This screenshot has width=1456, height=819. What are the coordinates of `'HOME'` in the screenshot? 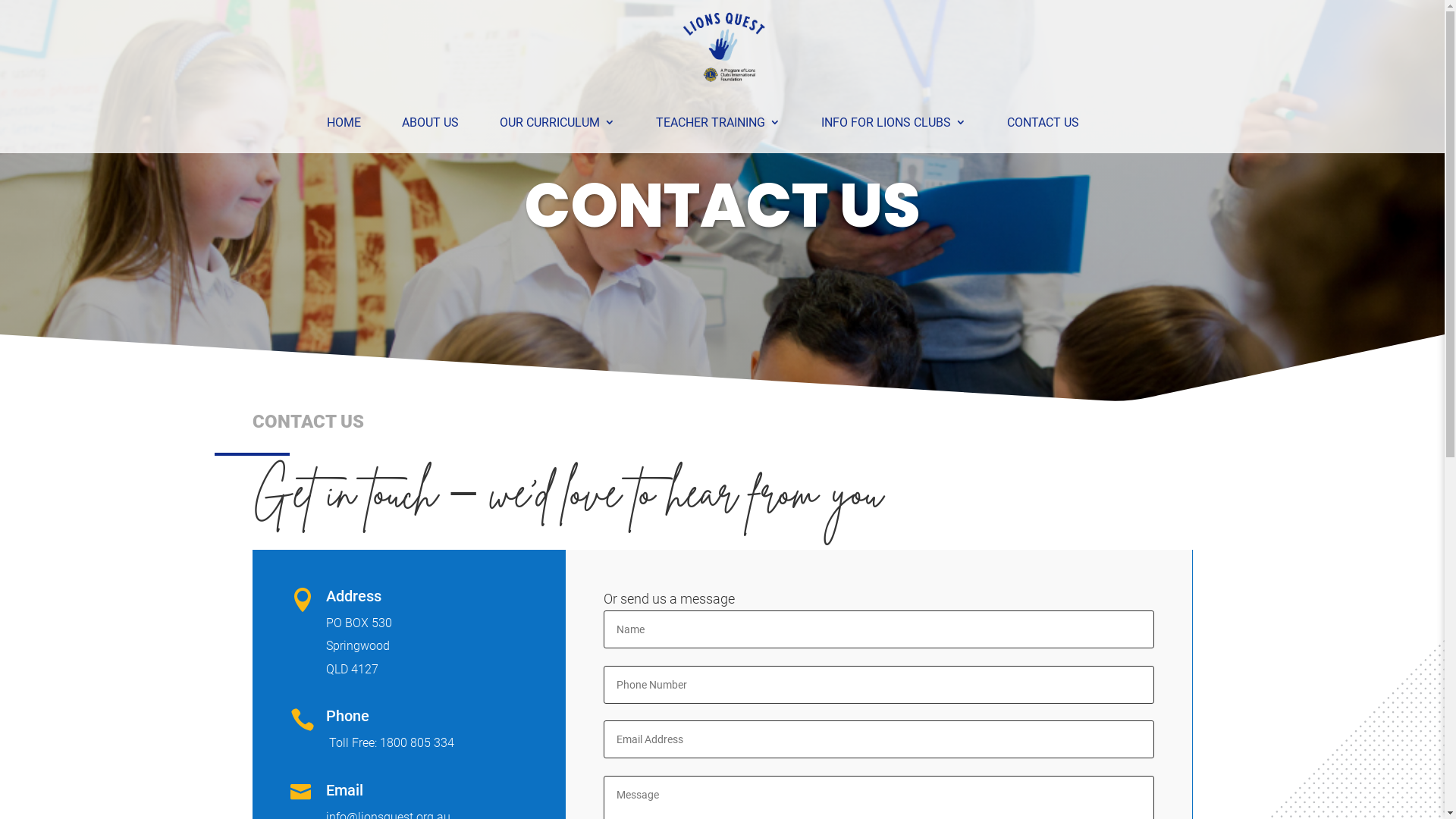 It's located at (342, 122).